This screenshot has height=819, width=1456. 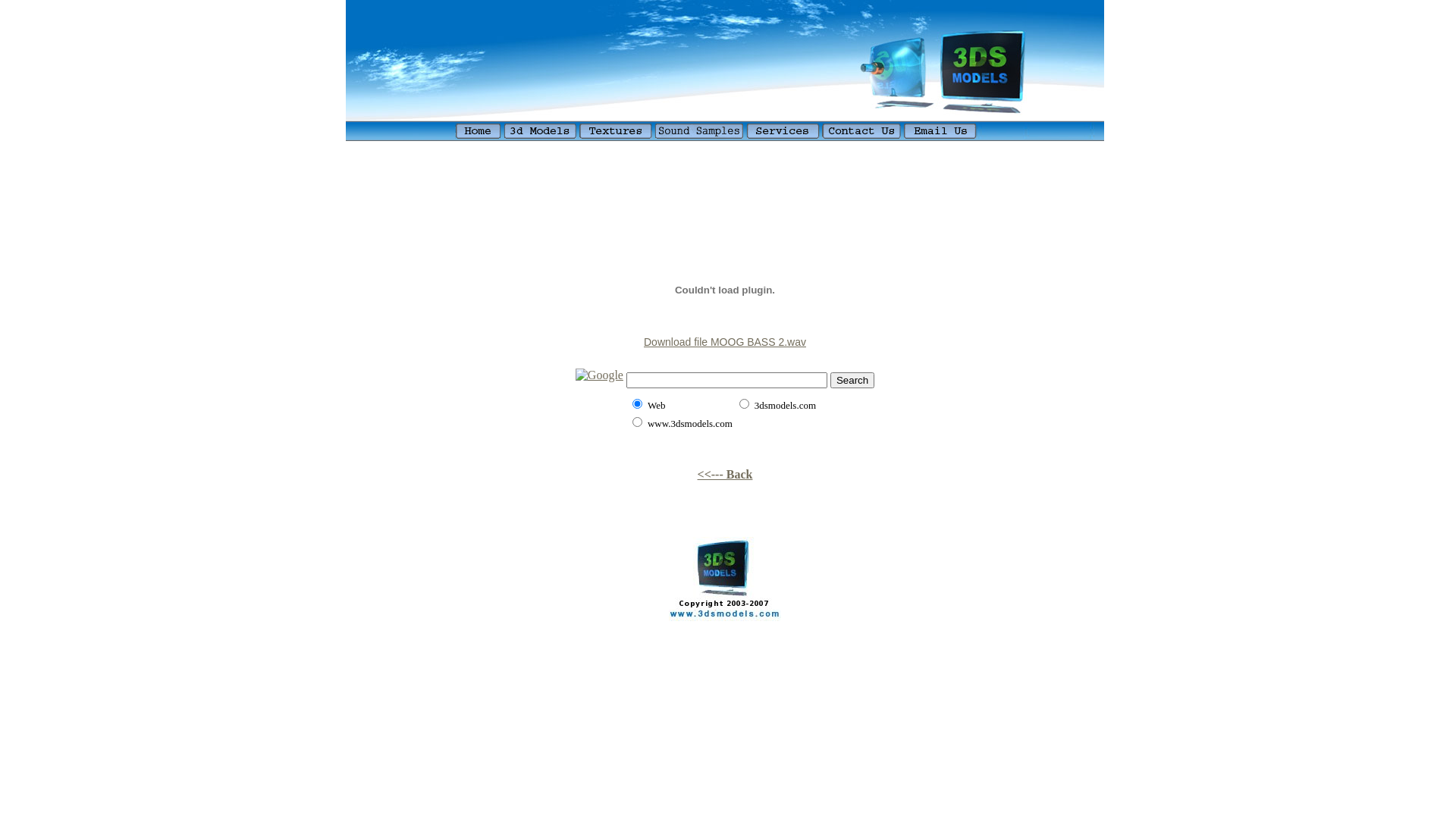 I want to click on 'Advertisement', so click(x=723, y=208).